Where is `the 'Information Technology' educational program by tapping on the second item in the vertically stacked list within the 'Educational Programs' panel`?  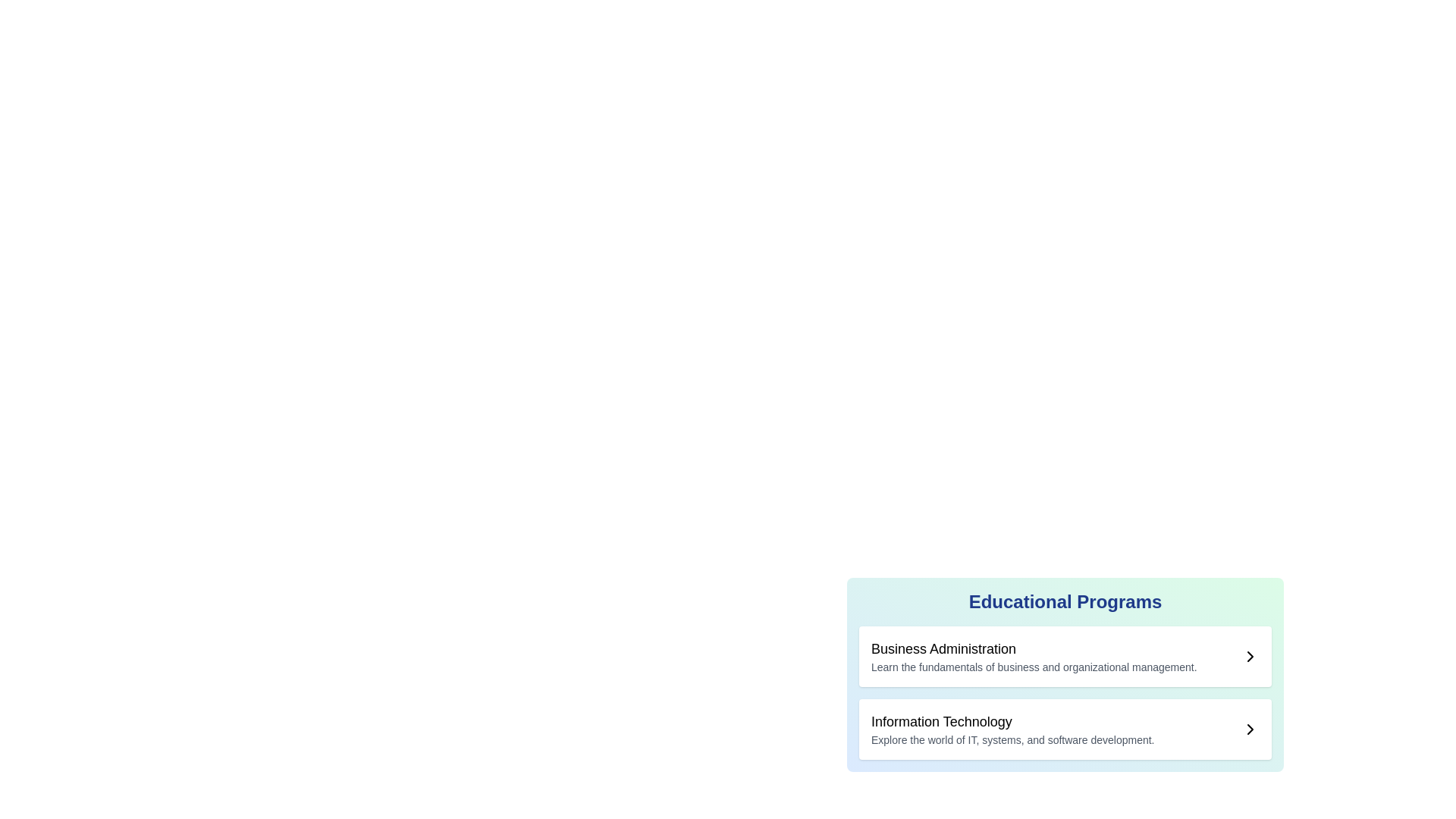 the 'Information Technology' educational program by tapping on the second item in the vertically stacked list within the 'Educational Programs' panel is located at coordinates (1065, 728).